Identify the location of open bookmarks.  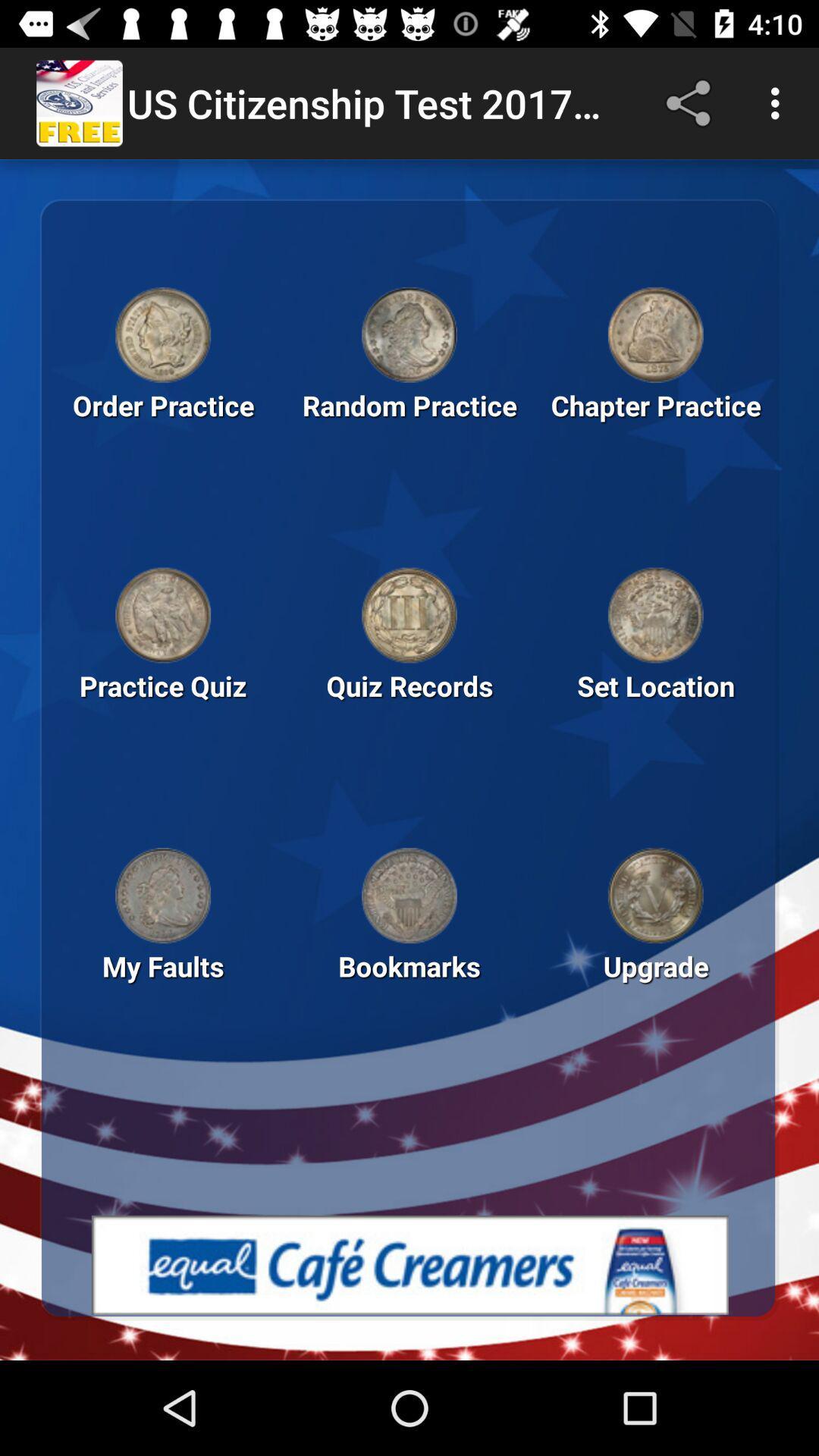
(409, 896).